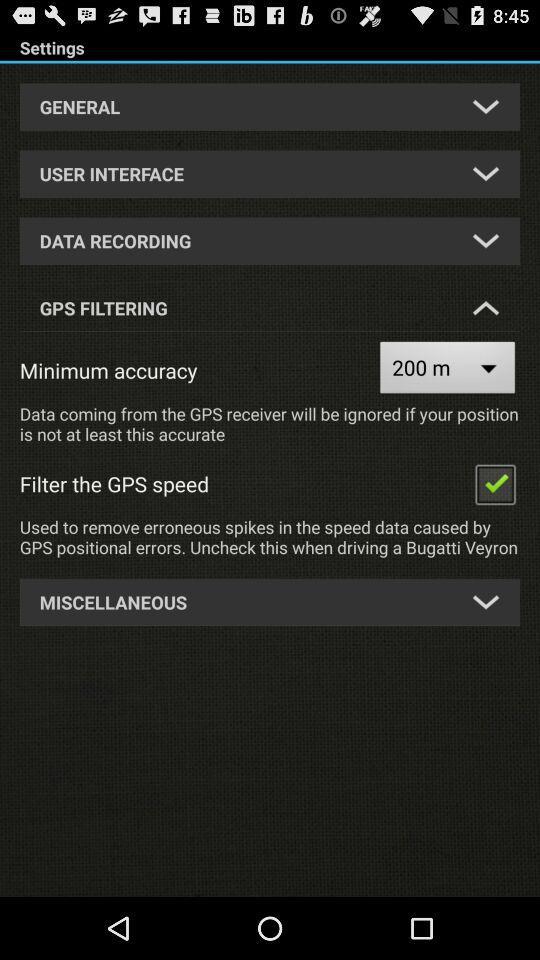 The width and height of the screenshot is (540, 960). What do you see at coordinates (494, 482) in the screenshot?
I see `filter the gps speed option` at bounding box center [494, 482].